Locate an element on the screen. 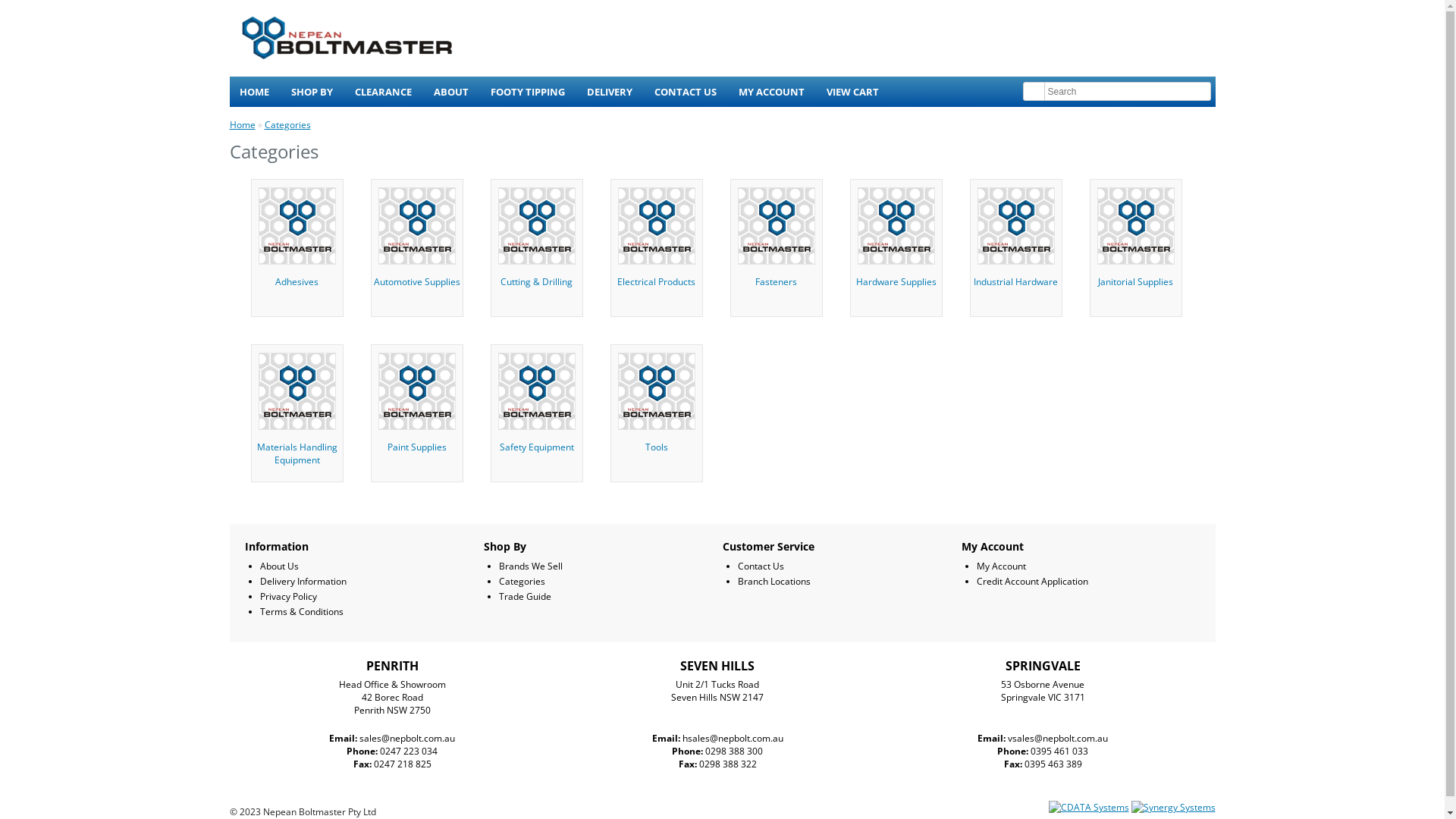 The image size is (1456, 819). 'Materials Handling Equipment' is located at coordinates (251, 406).